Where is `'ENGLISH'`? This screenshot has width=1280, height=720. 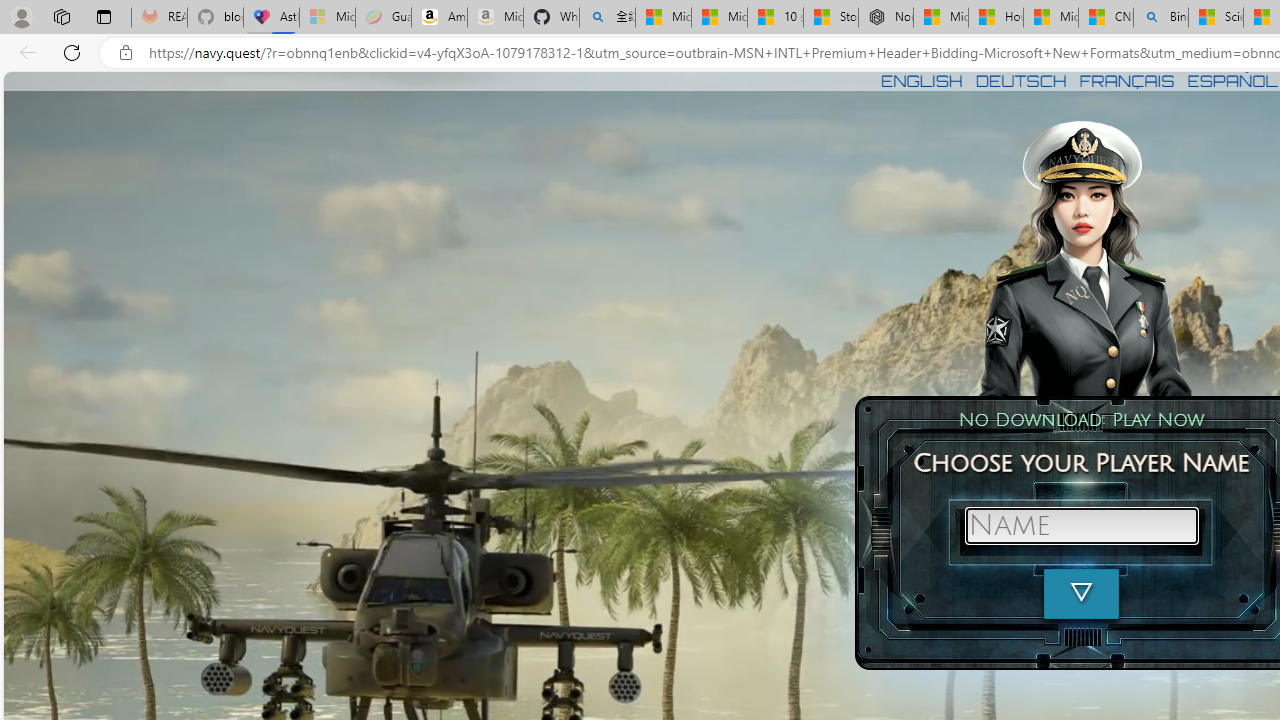 'ENGLISH' is located at coordinates (920, 80).